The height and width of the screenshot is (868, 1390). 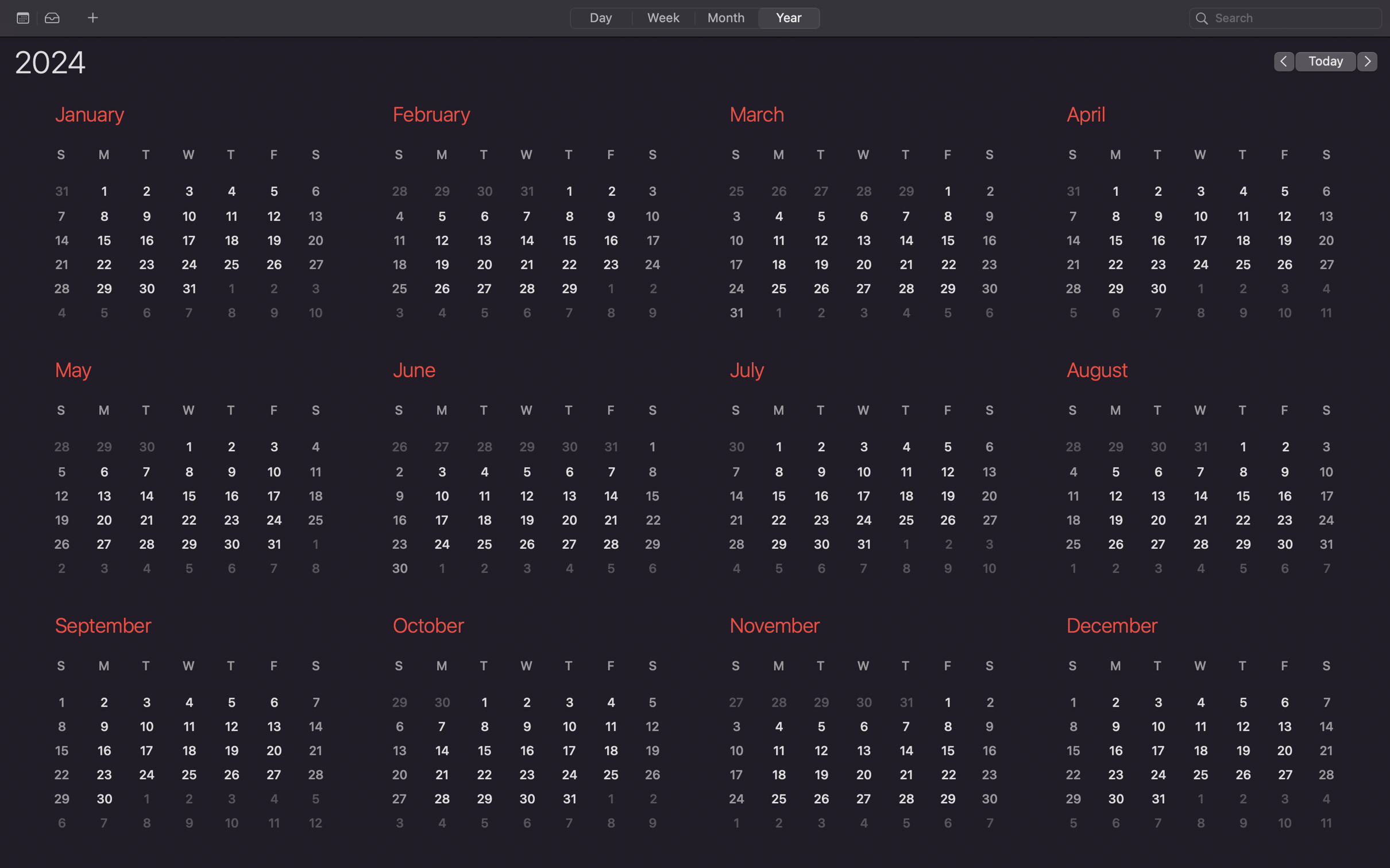 I want to click on the calendar for the month of February to observe all planned events, so click(x=523, y=216).